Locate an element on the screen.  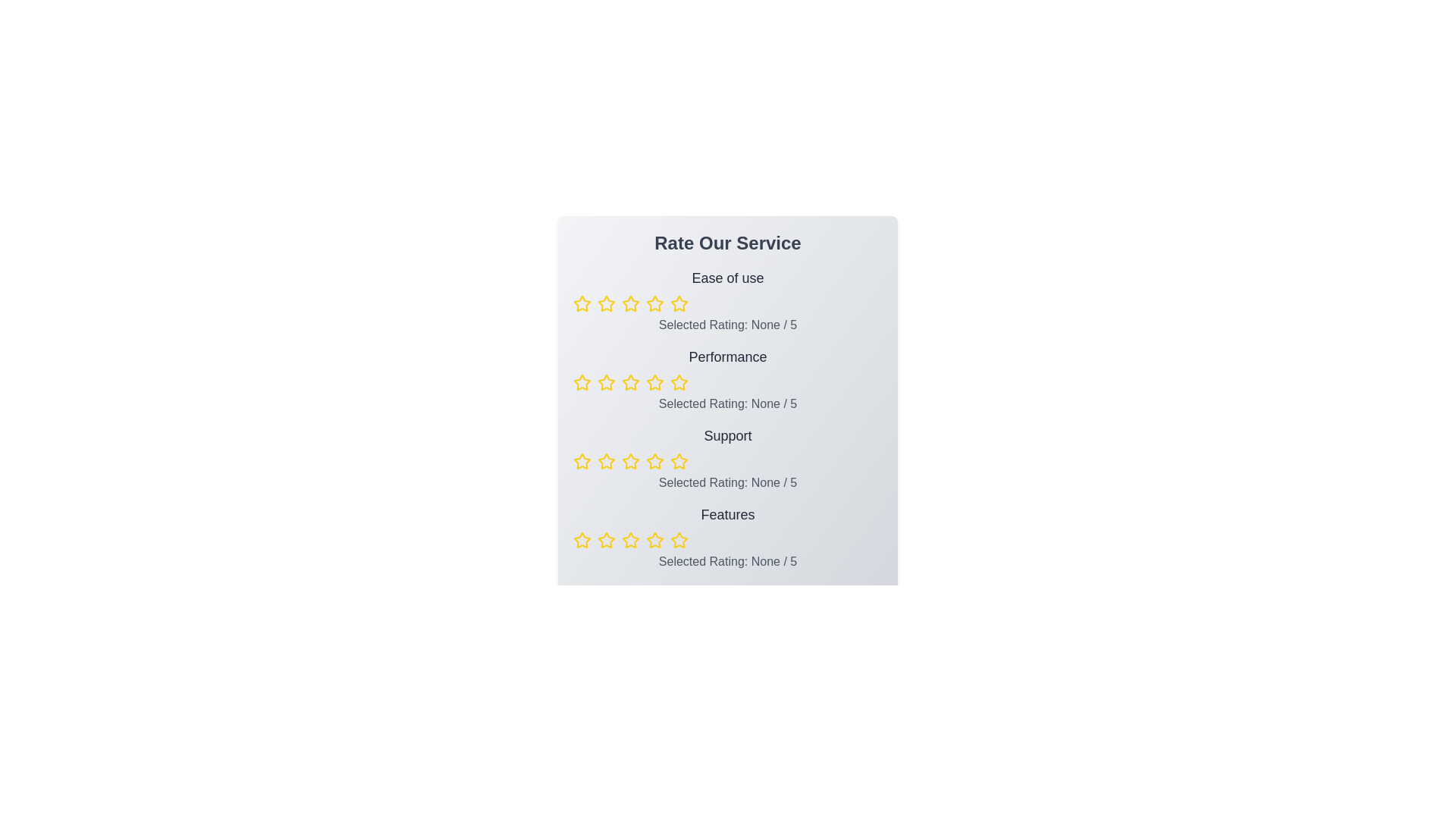
the rating for a category to 3 stars is located at coordinates (630, 304).